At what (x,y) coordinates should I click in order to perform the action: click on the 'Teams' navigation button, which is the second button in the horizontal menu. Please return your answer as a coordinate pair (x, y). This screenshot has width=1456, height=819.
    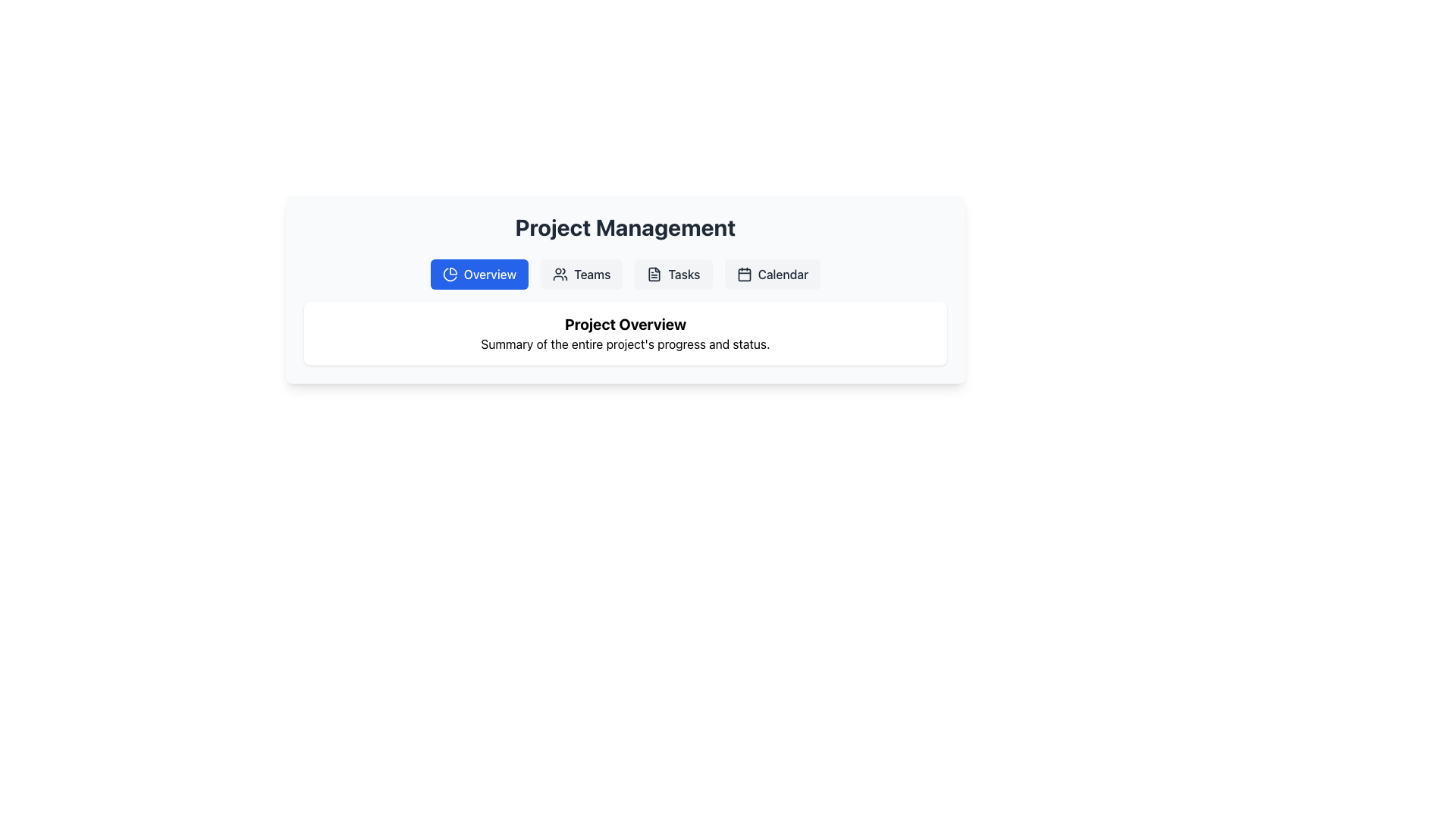
    Looking at the image, I should click on (581, 275).